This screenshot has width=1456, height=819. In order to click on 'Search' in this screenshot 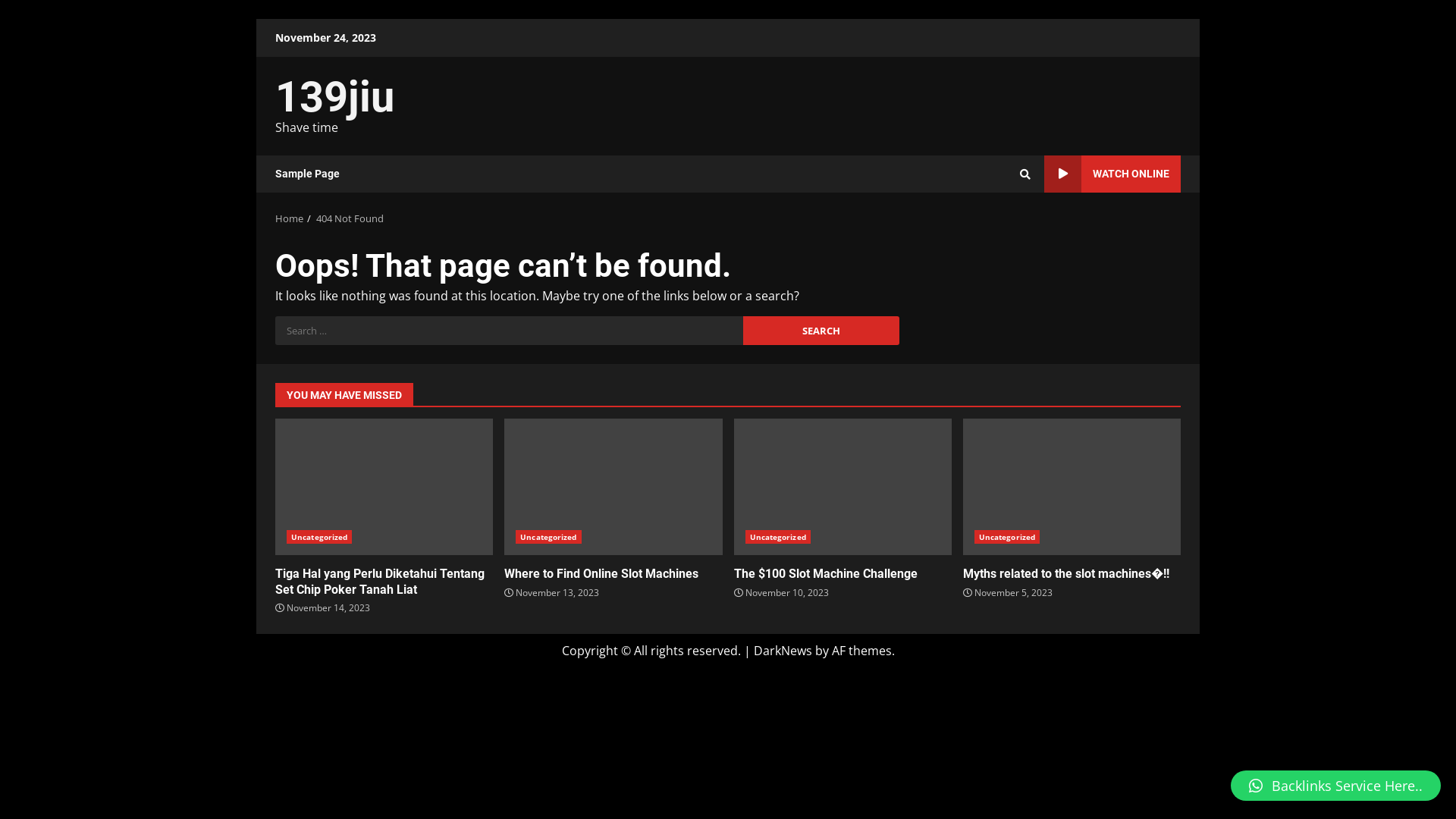, I will do `click(1025, 172)`.